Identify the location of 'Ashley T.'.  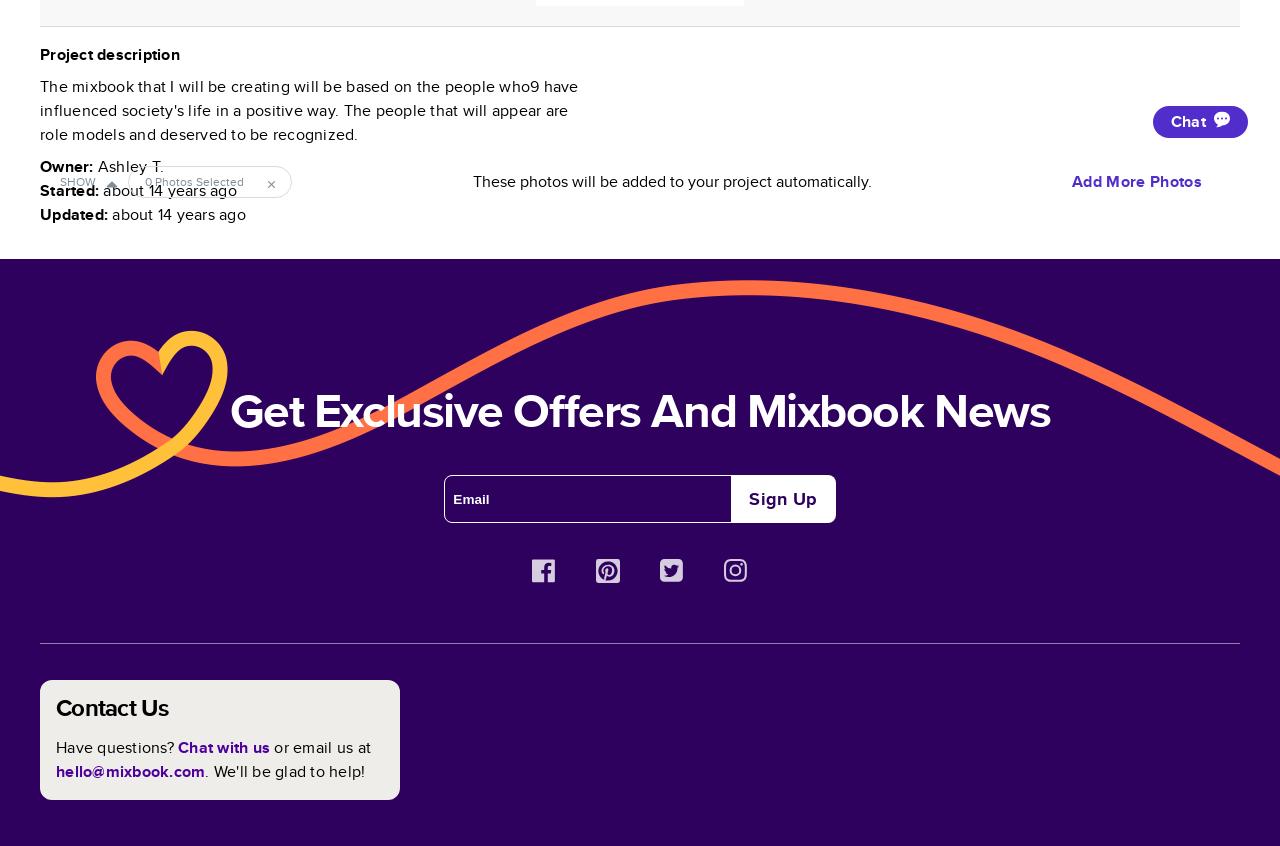
(129, 165).